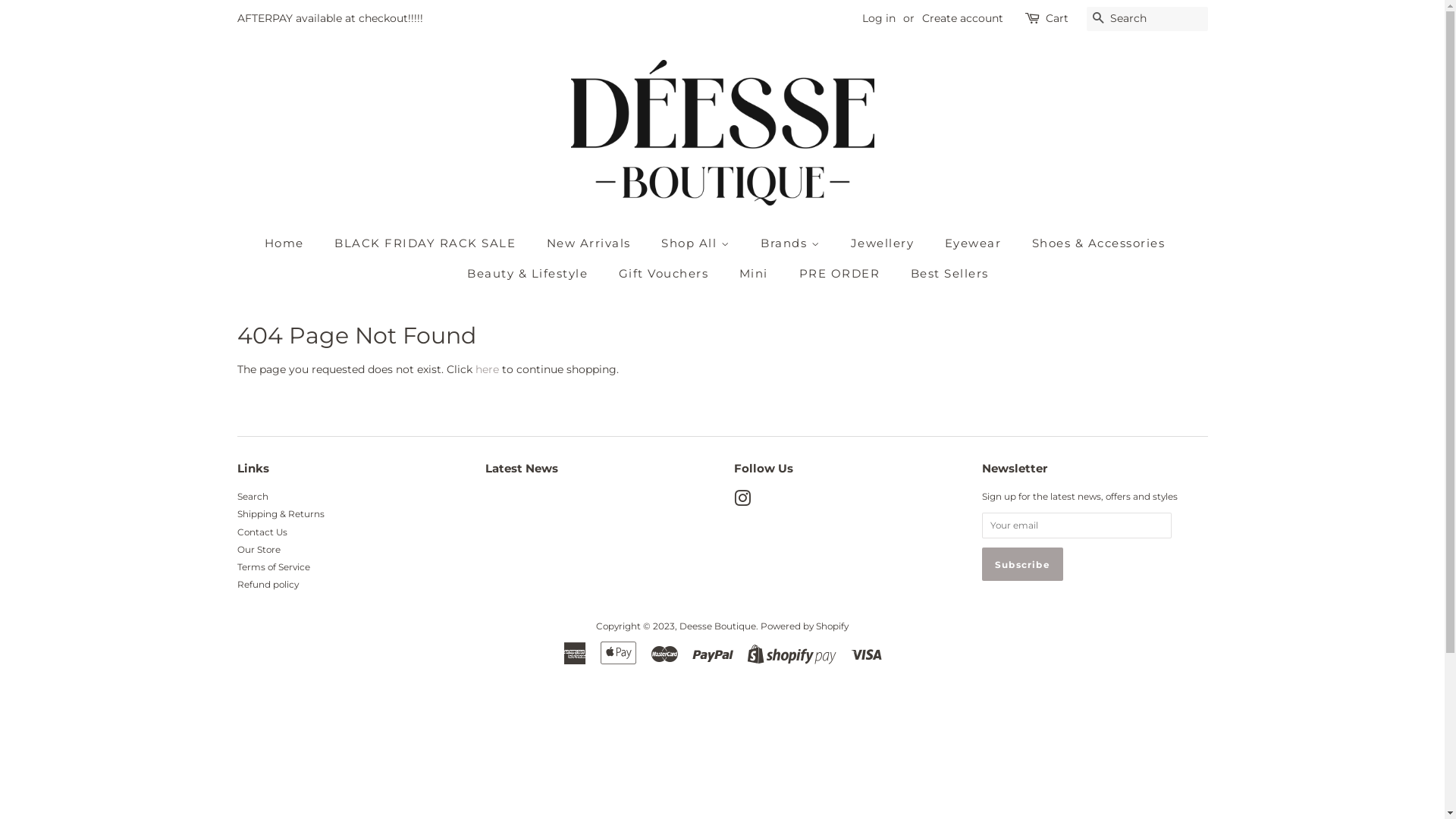  I want to click on 'here', so click(473, 369).